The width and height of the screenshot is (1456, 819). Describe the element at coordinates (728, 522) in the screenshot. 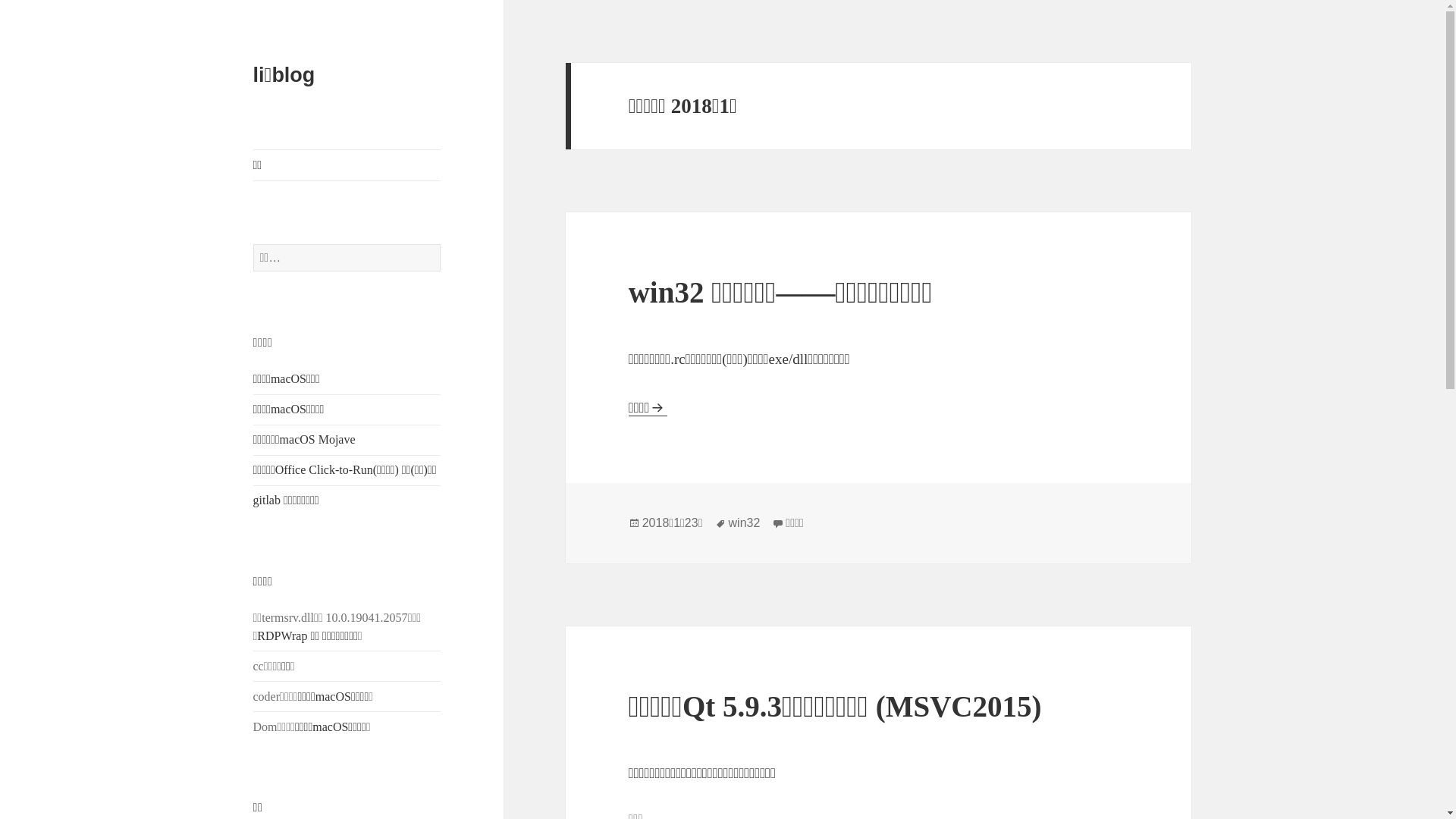

I see `'win32'` at that location.